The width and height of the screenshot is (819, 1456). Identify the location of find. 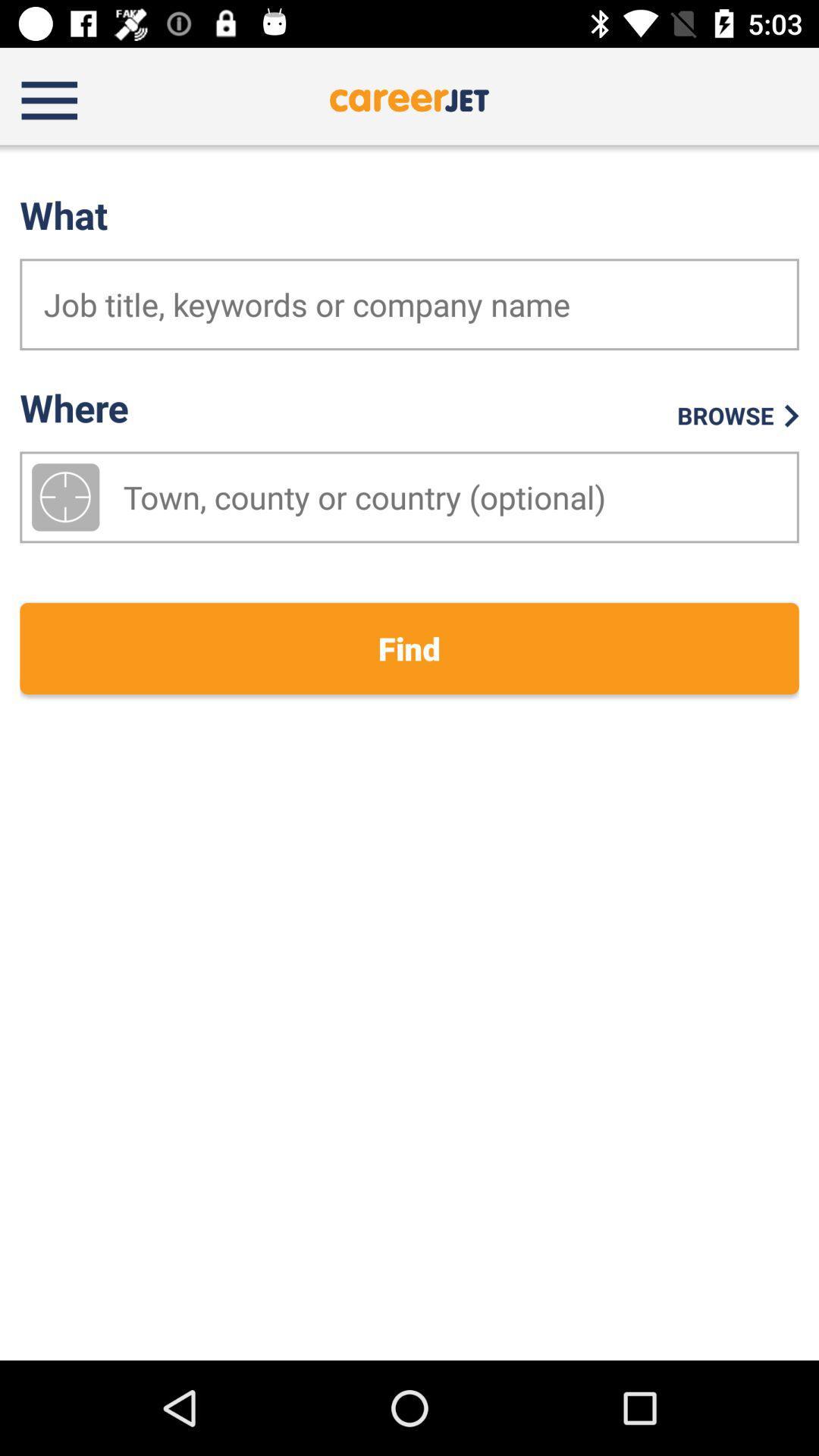
(409, 648).